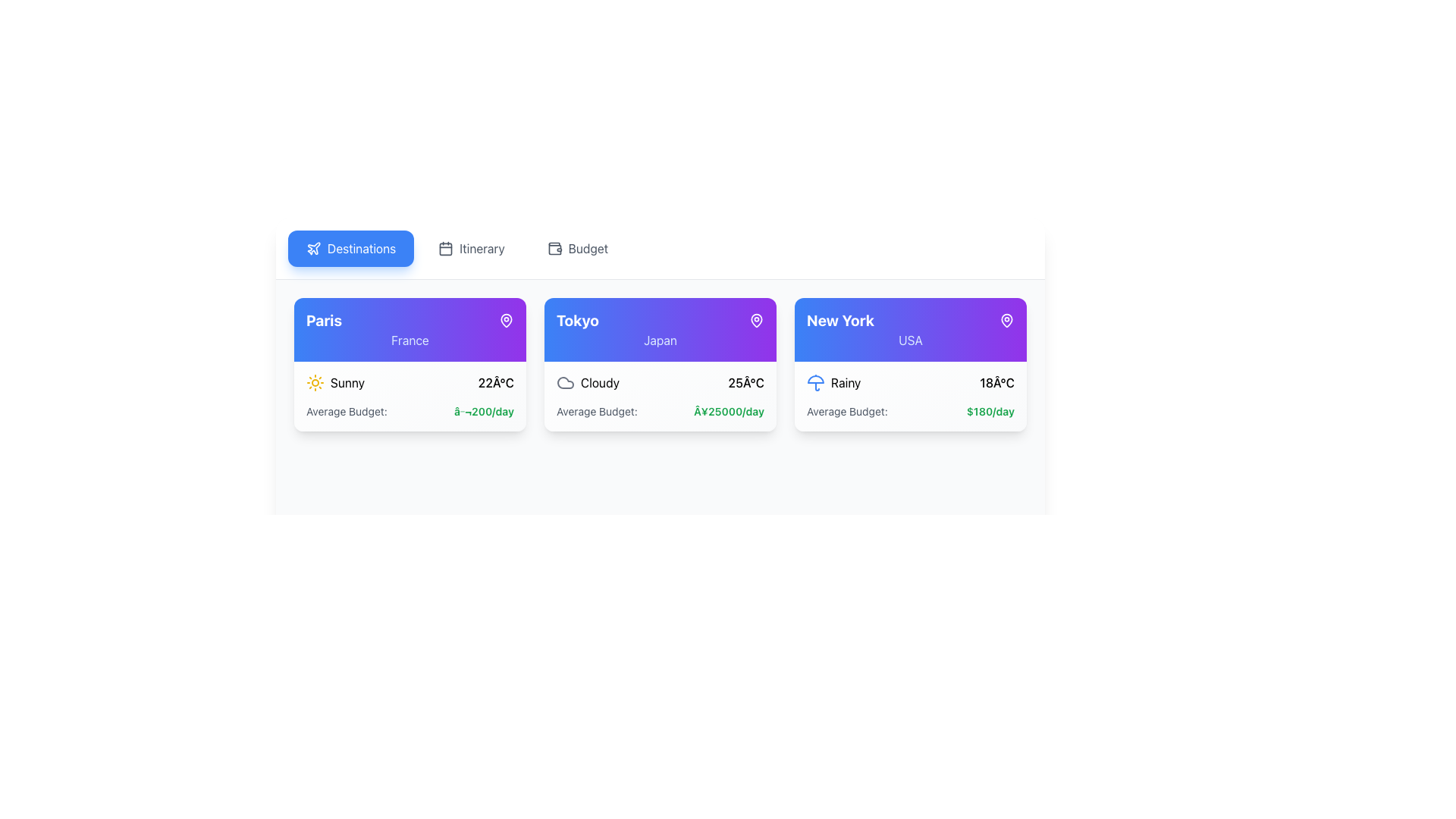  What do you see at coordinates (347, 382) in the screenshot?
I see `the non-interactive text label displaying the current weather condition in Paris, located on the second line of the 'Paris, France' card, to the right of the sun-shaped weather icon` at bounding box center [347, 382].